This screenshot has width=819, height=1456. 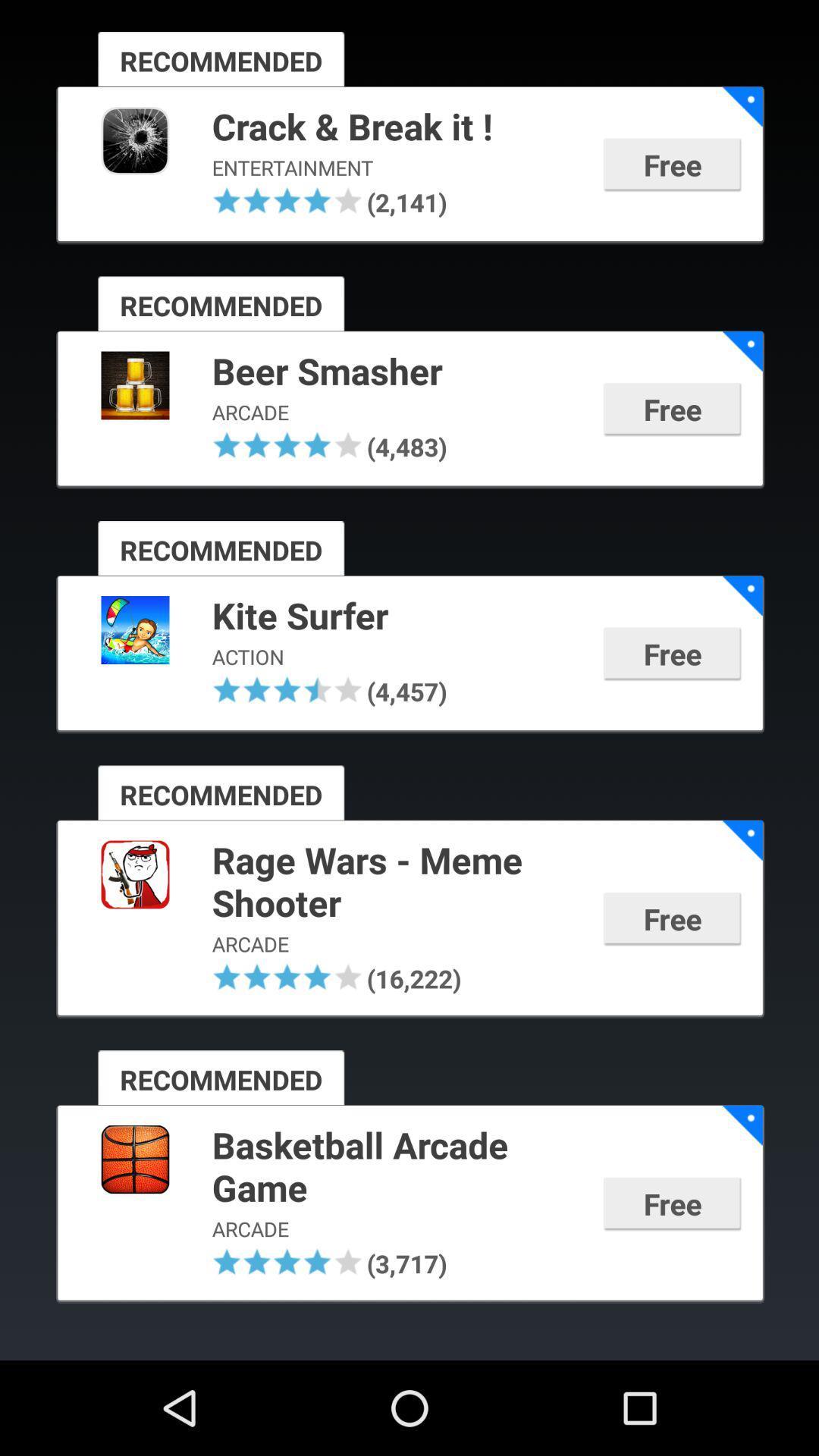 I want to click on icon to the left of free, so click(x=404, y=201).